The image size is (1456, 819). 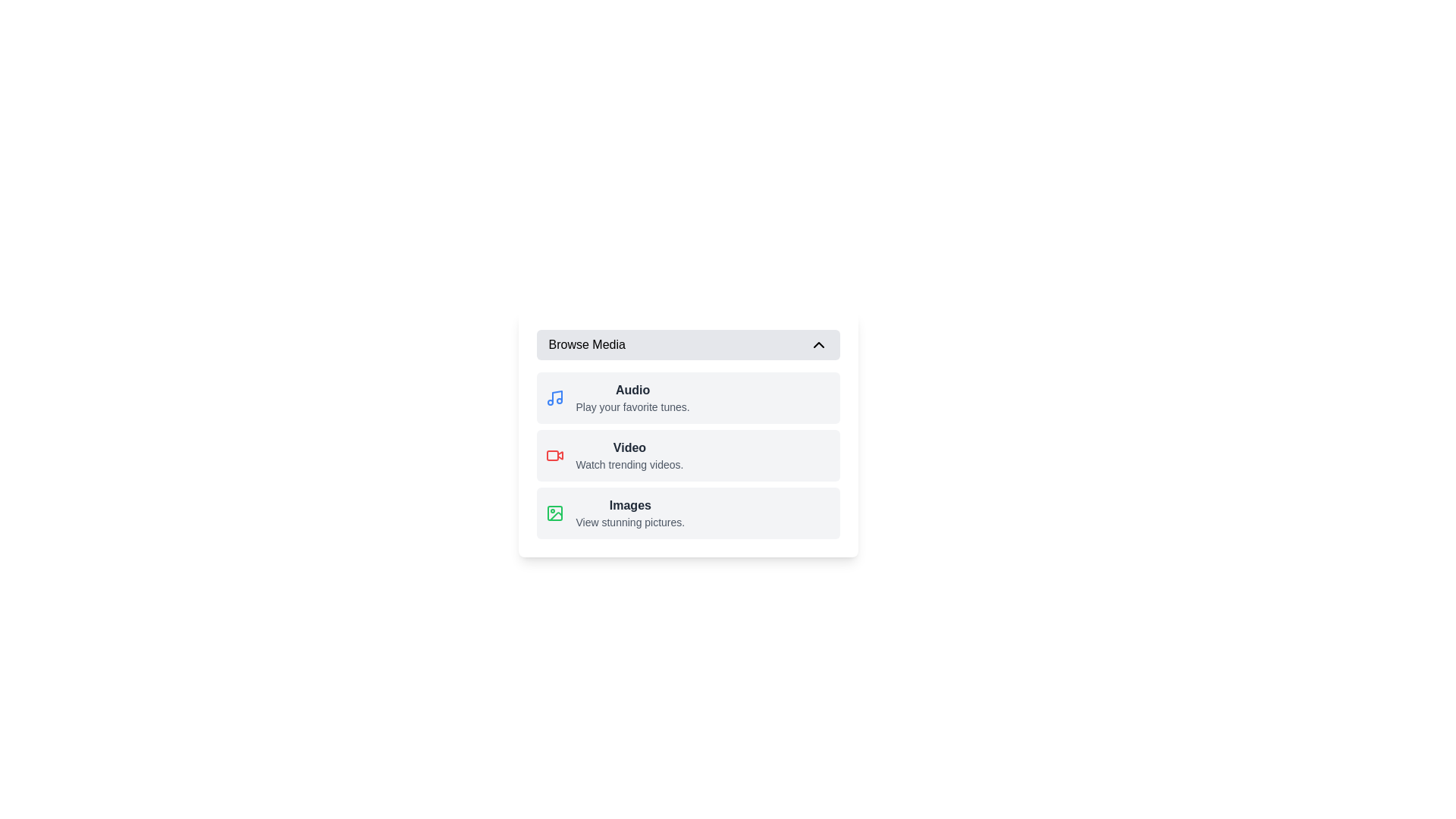 I want to click on the blue music note icon located to the left of the 'Audio' text in the media selection list, so click(x=554, y=397).